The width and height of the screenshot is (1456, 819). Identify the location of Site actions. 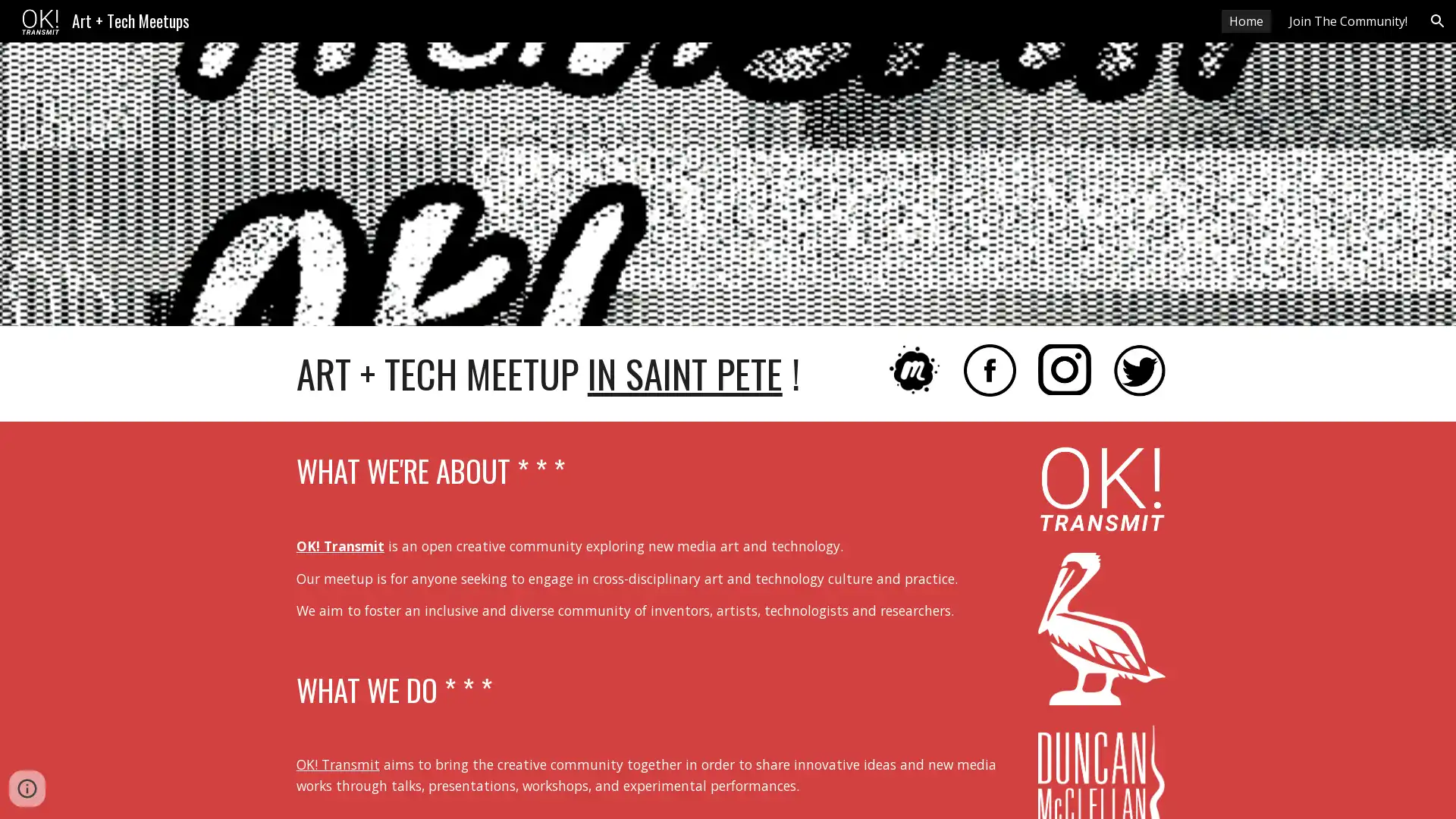
(27, 792).